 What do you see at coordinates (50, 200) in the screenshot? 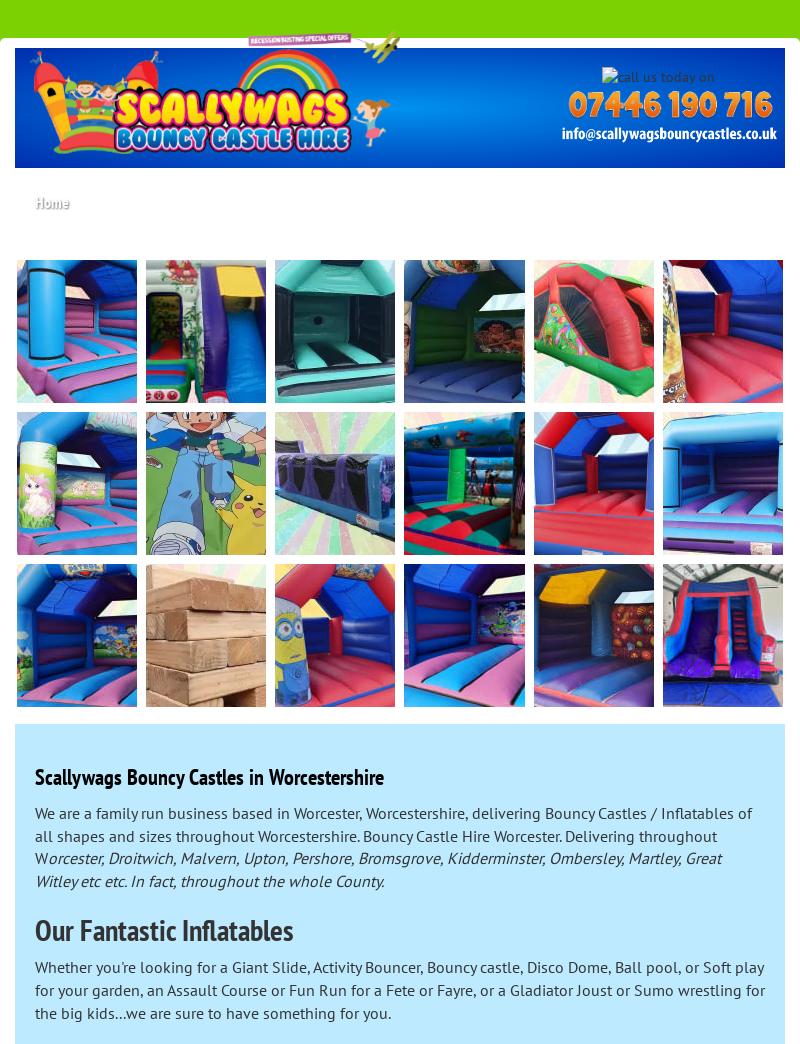
I see `'Home'` at bounding box center [50, 200].